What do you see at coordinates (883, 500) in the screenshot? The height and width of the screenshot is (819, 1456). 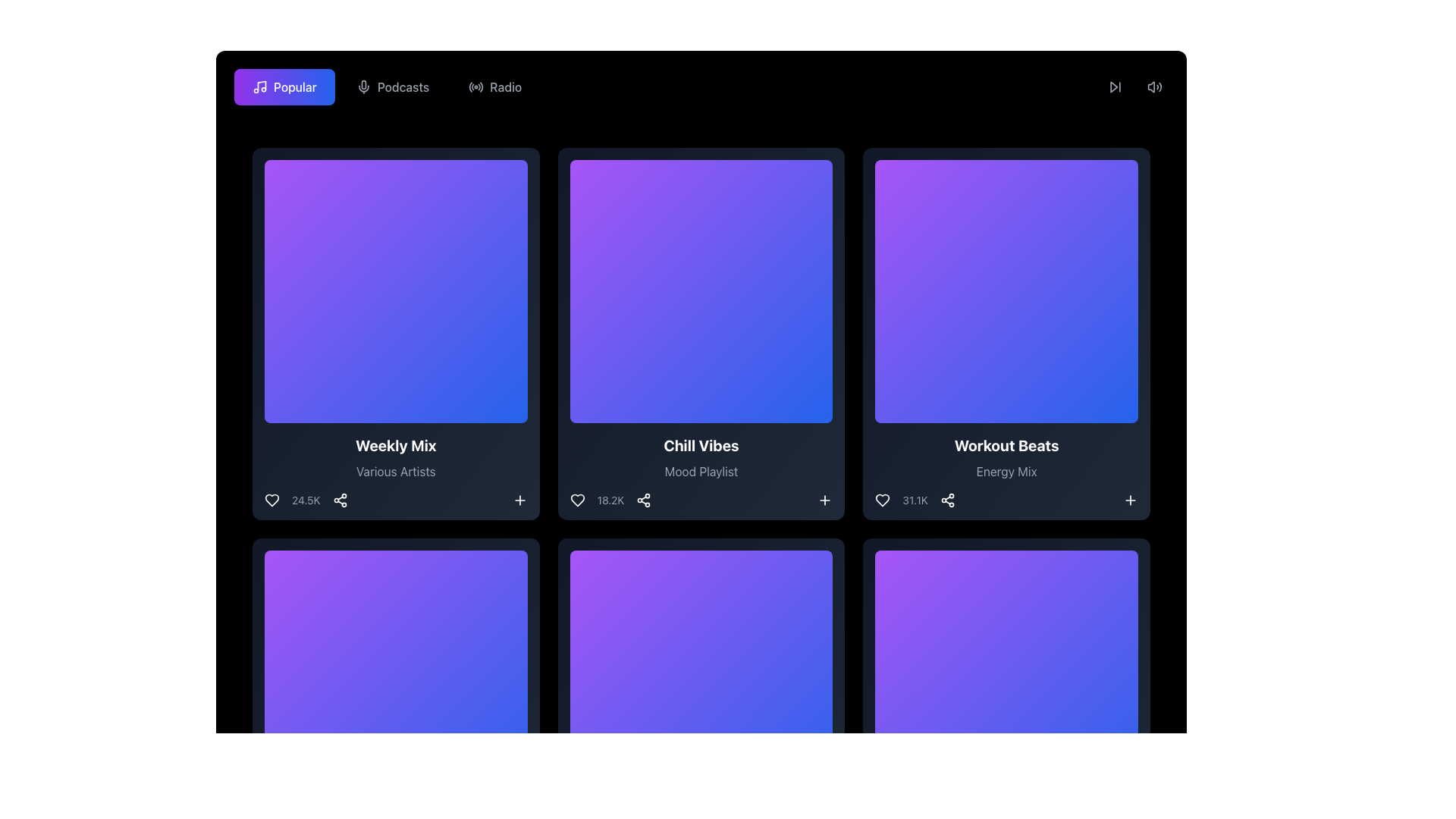 I see `the heart icon located at the bottom-left corner of the 'Workout Beats' card to like or favorite the item` at bounding box center [883, 500].